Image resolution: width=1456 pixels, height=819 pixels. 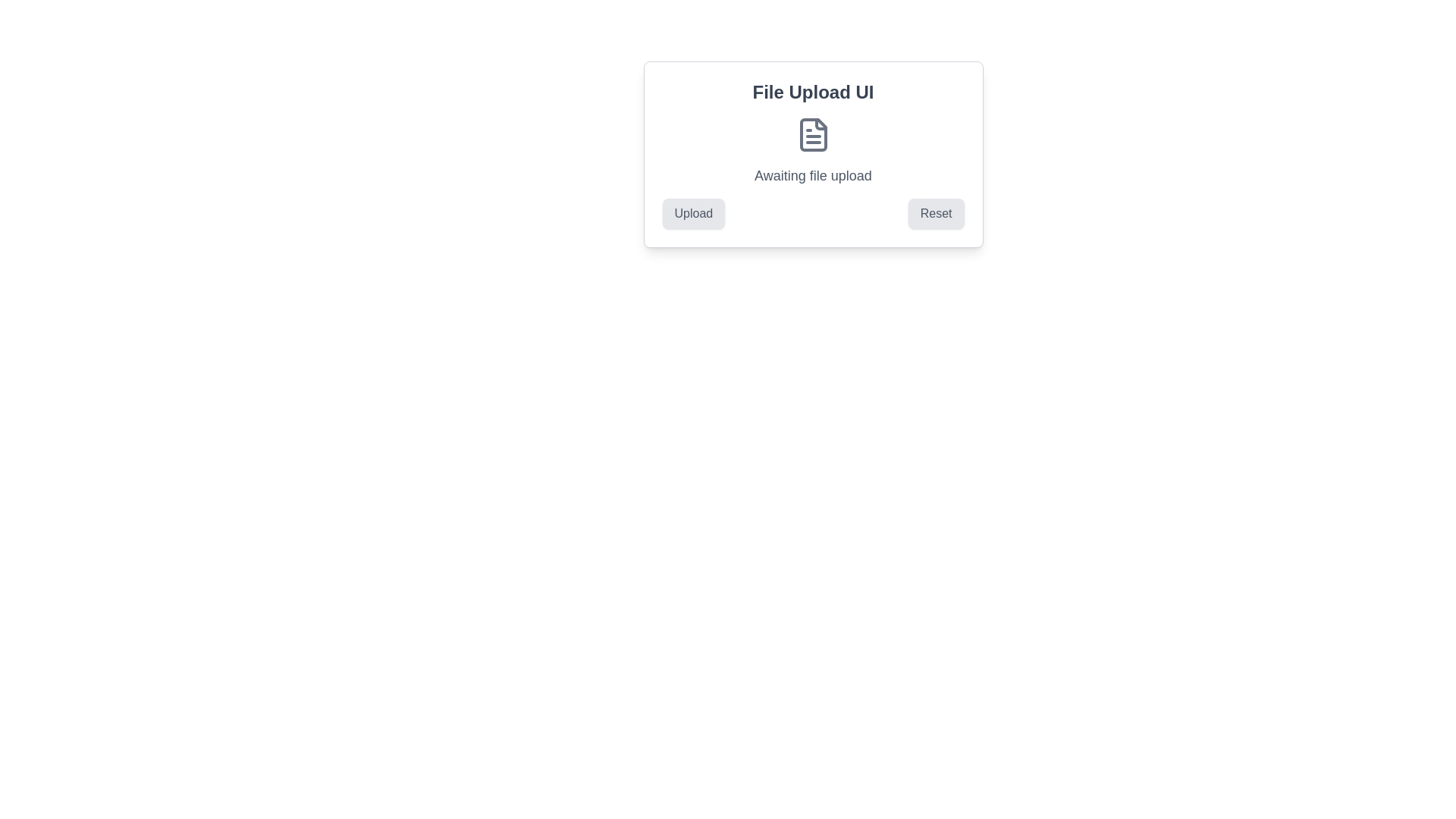 What do you see at coordinates (812, 174) in the screenshot?
I see `the status message text block indicating that the system is waiting for the user to upload a file, which is located below a file icon and above the 'Upload' and 'Reset' buttons` at bounding box center [812, 174].